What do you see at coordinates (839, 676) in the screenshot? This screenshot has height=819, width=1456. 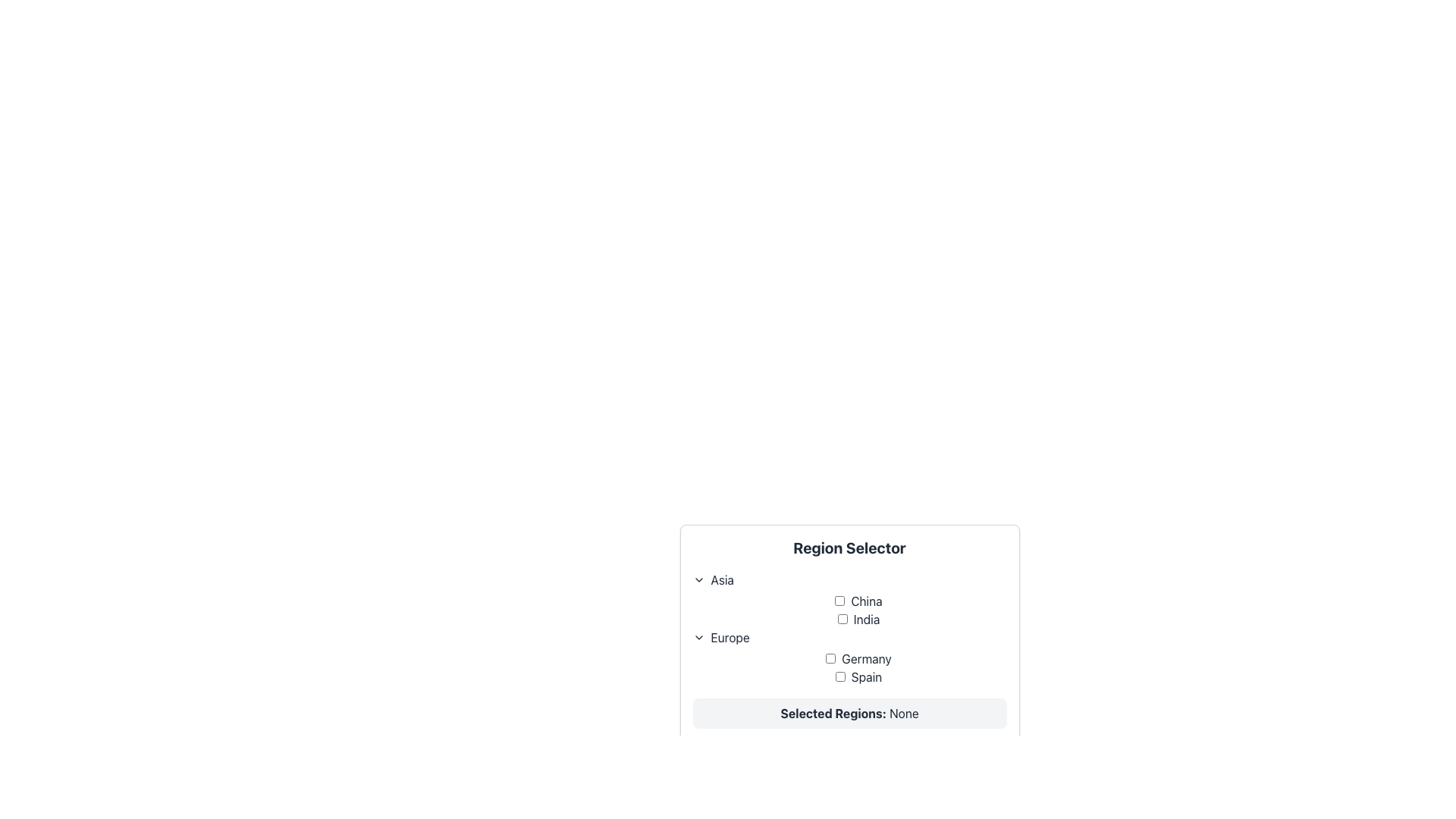 I see `the checkbox to the left of the label 'Spain' in the 'Europe' section of the Region Selector interface` at bounding box center [839, 676].